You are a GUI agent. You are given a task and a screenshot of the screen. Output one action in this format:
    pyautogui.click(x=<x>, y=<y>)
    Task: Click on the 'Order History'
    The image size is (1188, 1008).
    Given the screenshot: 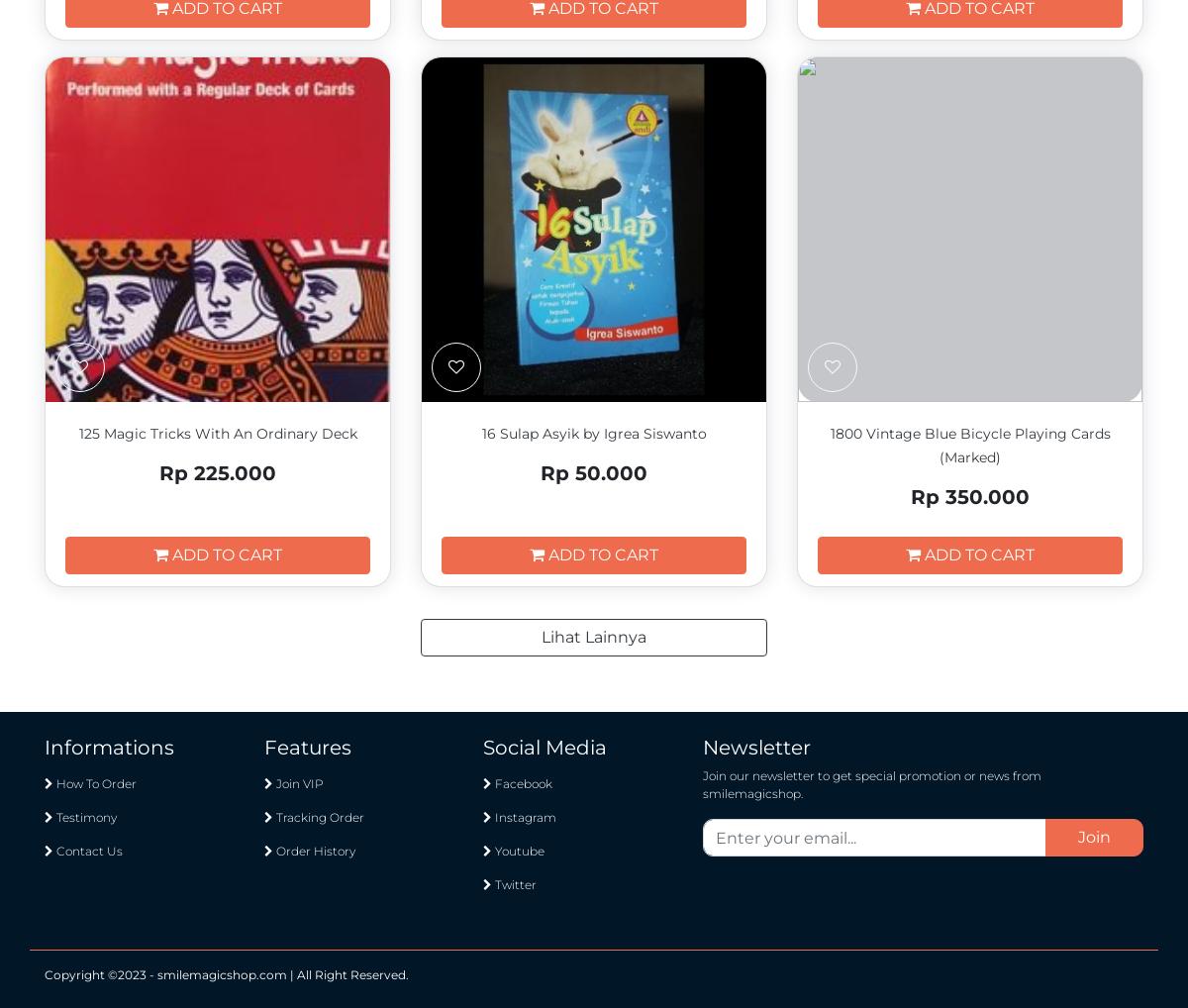 What is the action you would take?
    pyautogui.click(x=313, y=850)
    